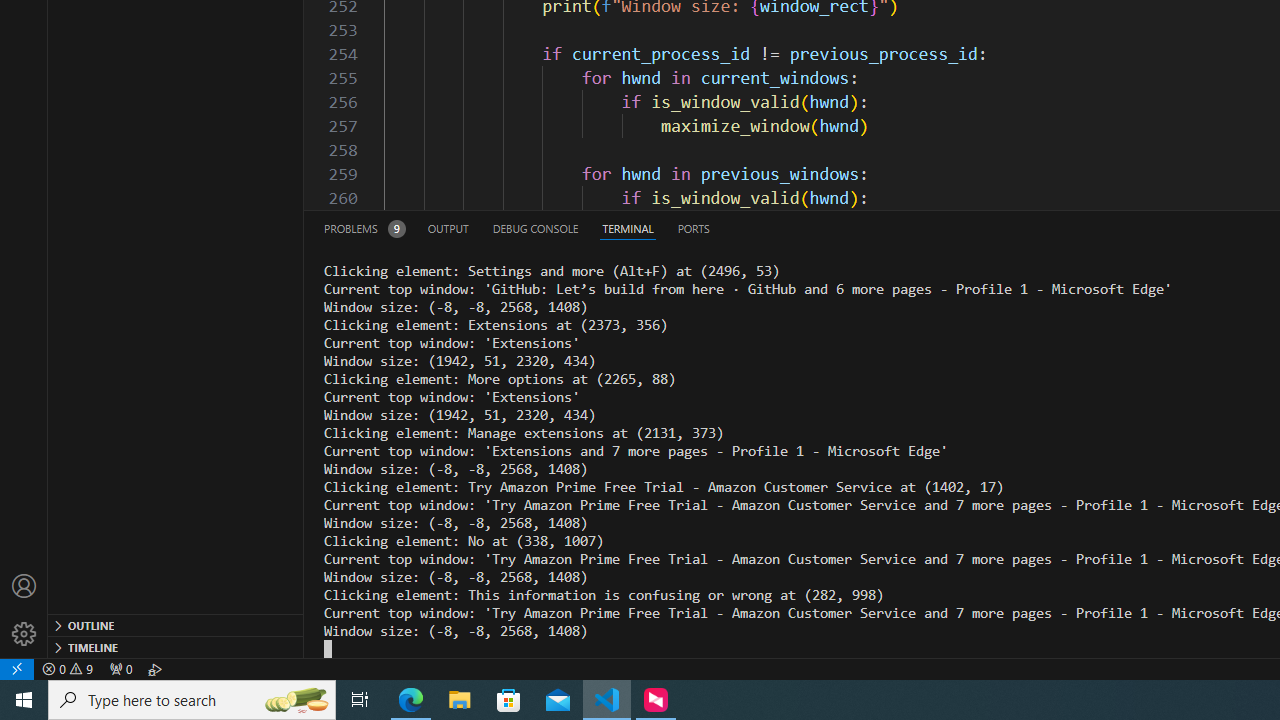  Describe the element at coordinates (447, 227) in the screenshot. I see `'Output (Ctrl+Shift+U)'` at that location.